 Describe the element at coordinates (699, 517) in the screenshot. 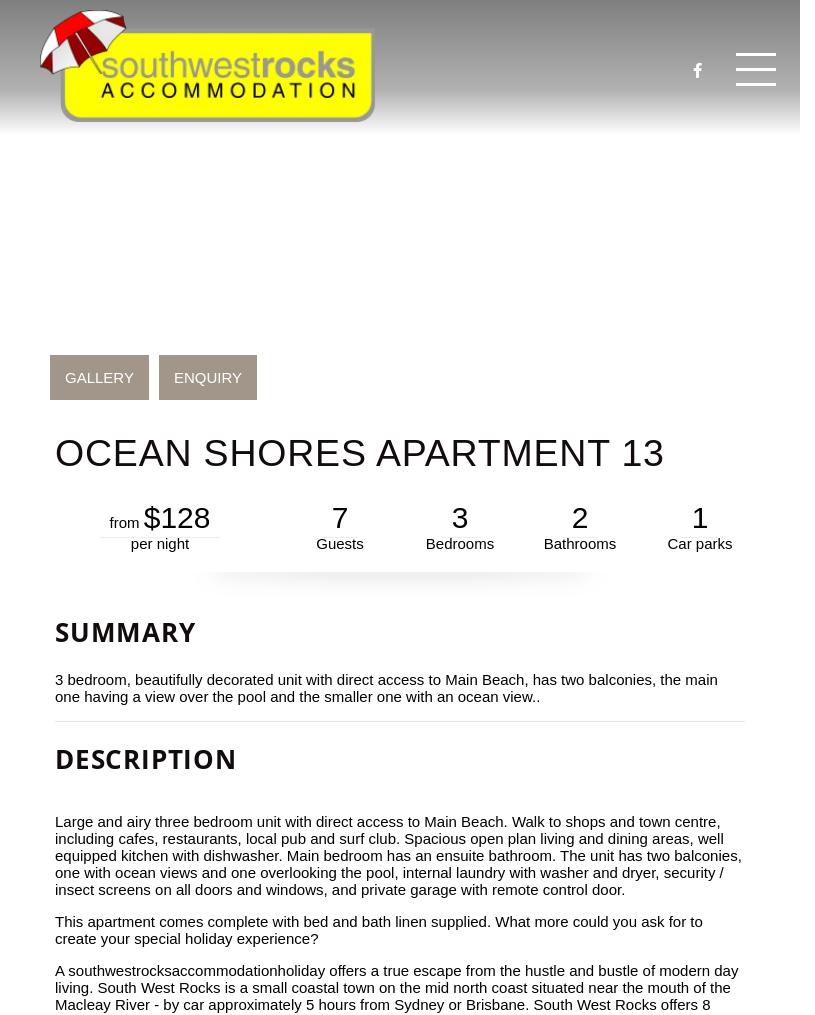

I see `'1'` at that location.